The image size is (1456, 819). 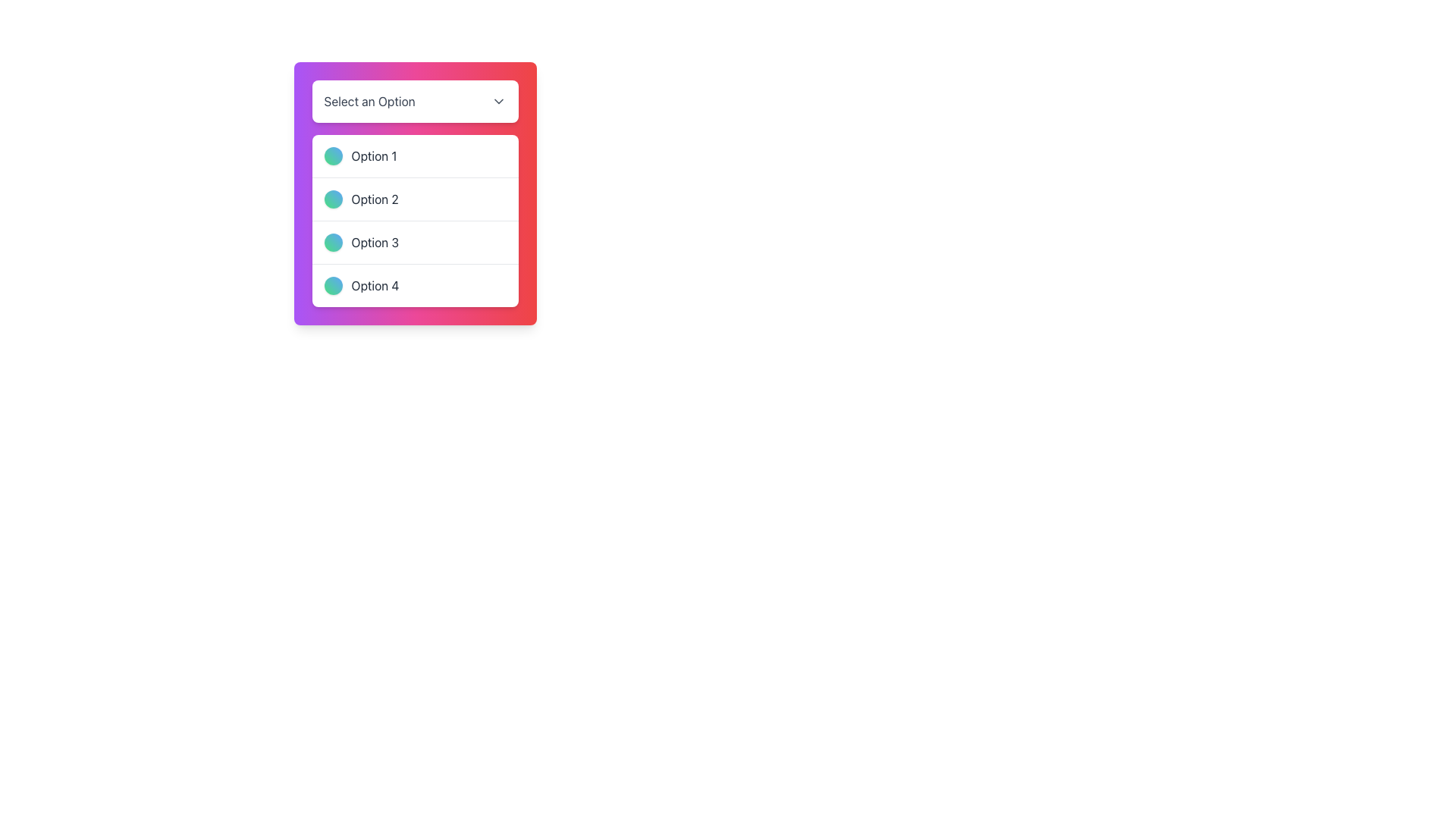 I want to click on displayed text of the label that is the first option in a vertical list within a dropdown interface, located to the right of a circular icon with a gradient background, so click(x=374, y=155).